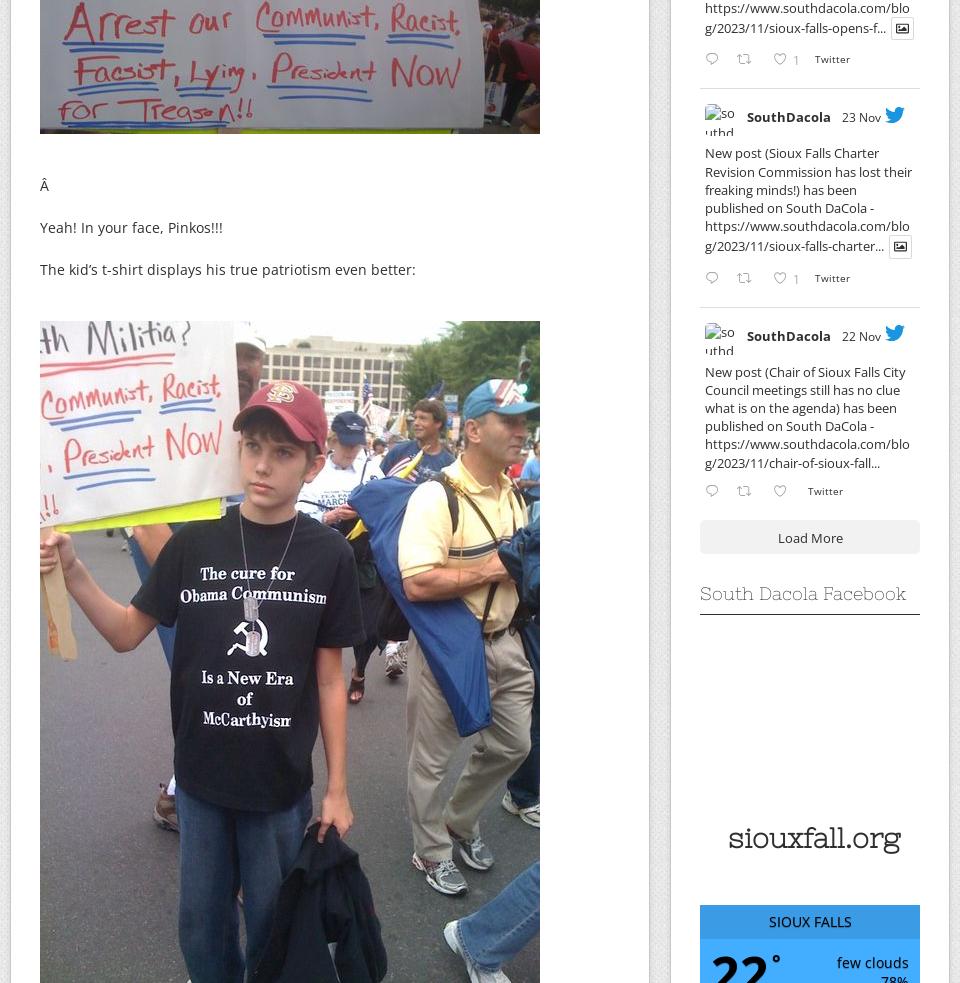 This screenshot has height=983, width=960. I want to click on 'Sioux Falls', so click(767, 920).